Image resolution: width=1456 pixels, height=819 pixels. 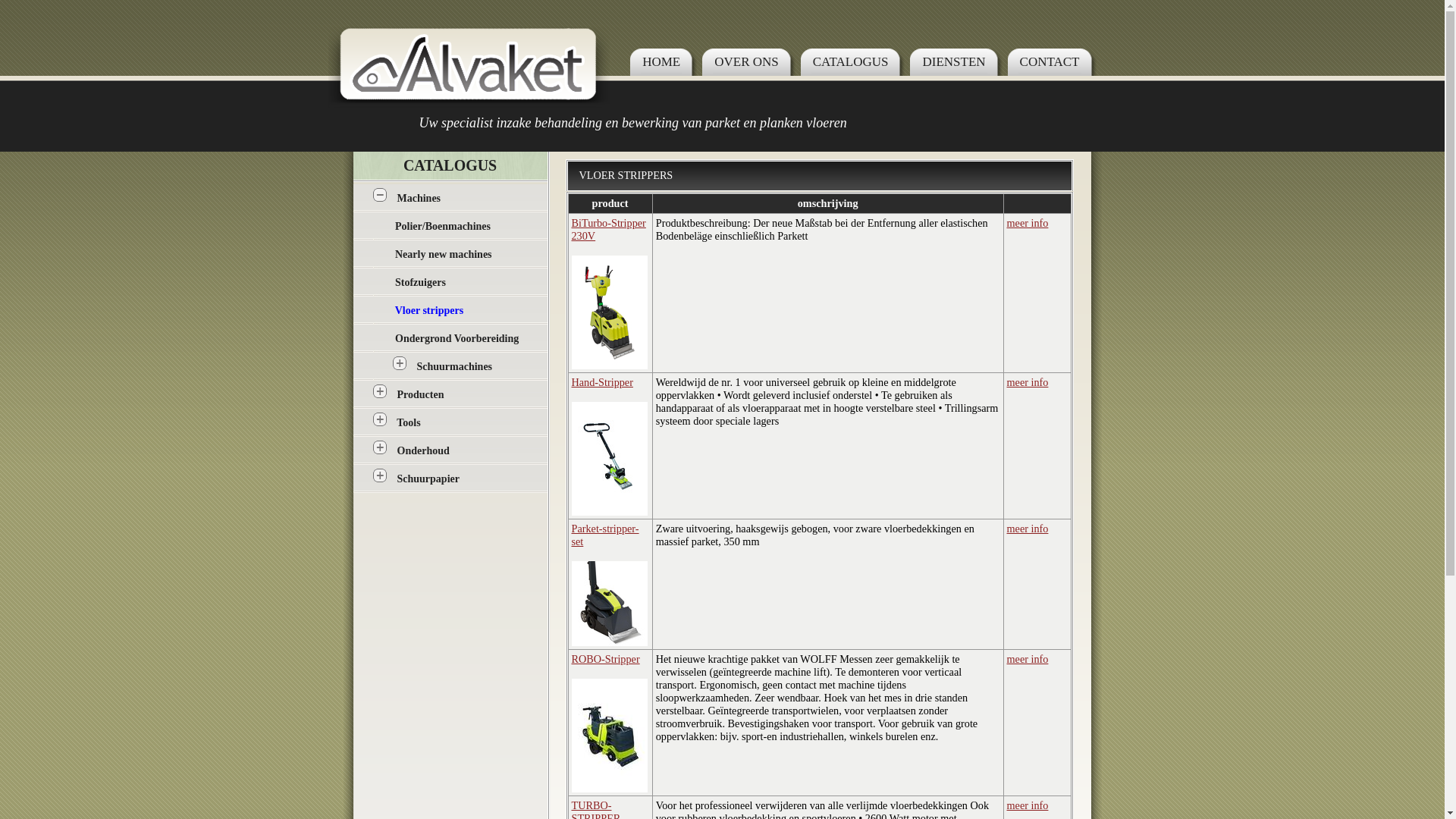 What do you see at coordinates (421, 394) in the screenshot?
I see `'Producten'` at bounding box center [421, 394].